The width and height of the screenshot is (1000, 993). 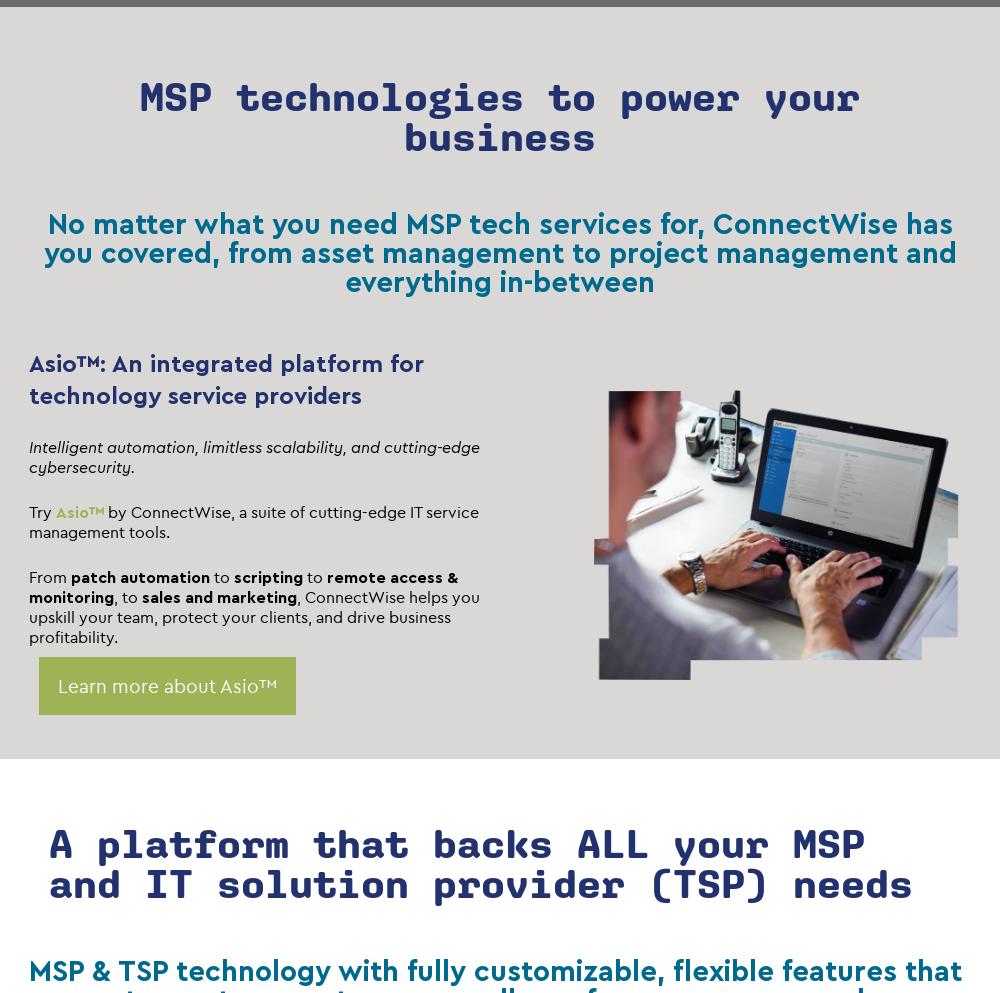 I want to click on 'MSP technologies to power your business', so click(x=140, y=116).